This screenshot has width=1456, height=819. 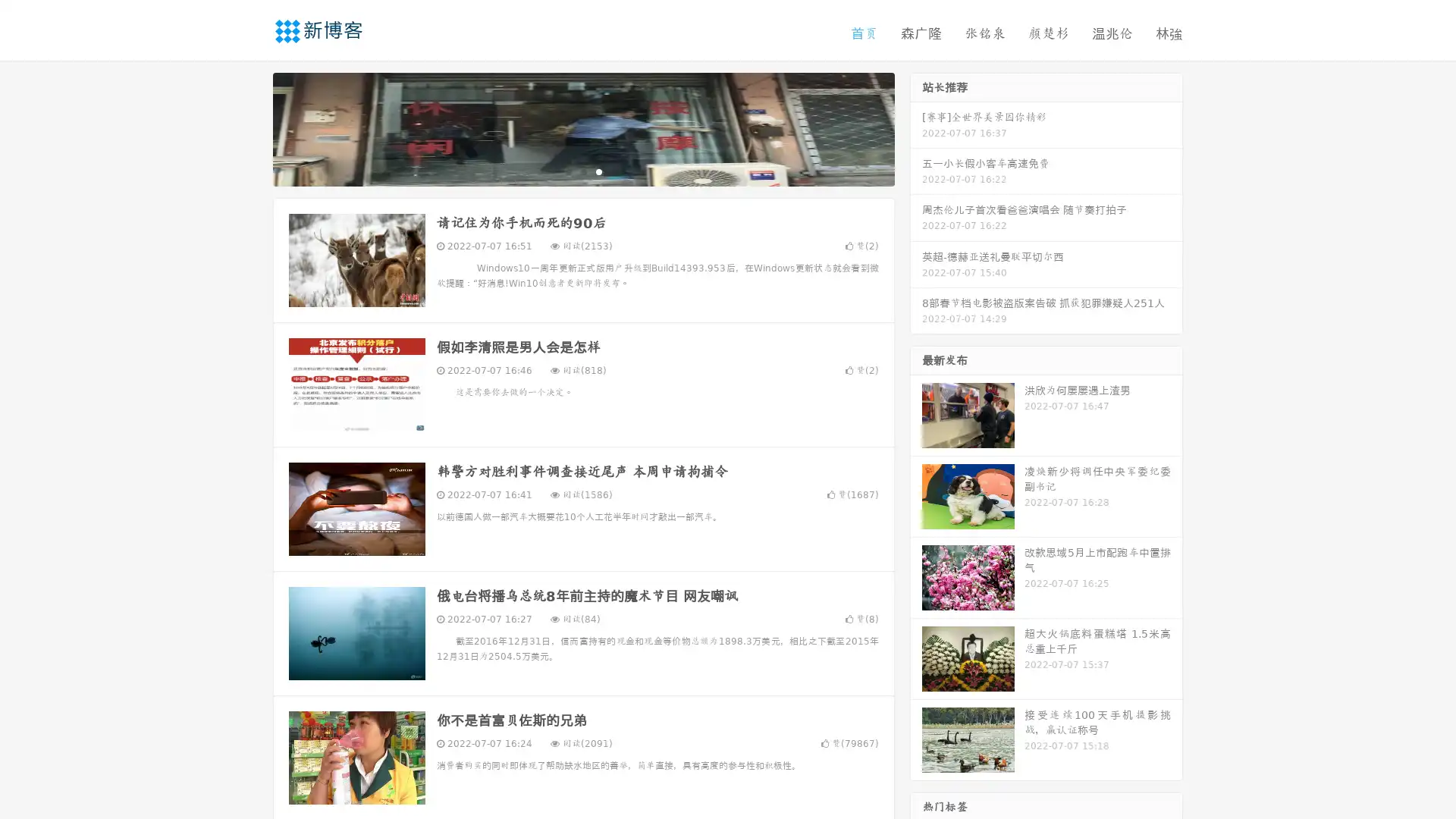 I want to click on Go to slide 2, so click(x=582, y=171).